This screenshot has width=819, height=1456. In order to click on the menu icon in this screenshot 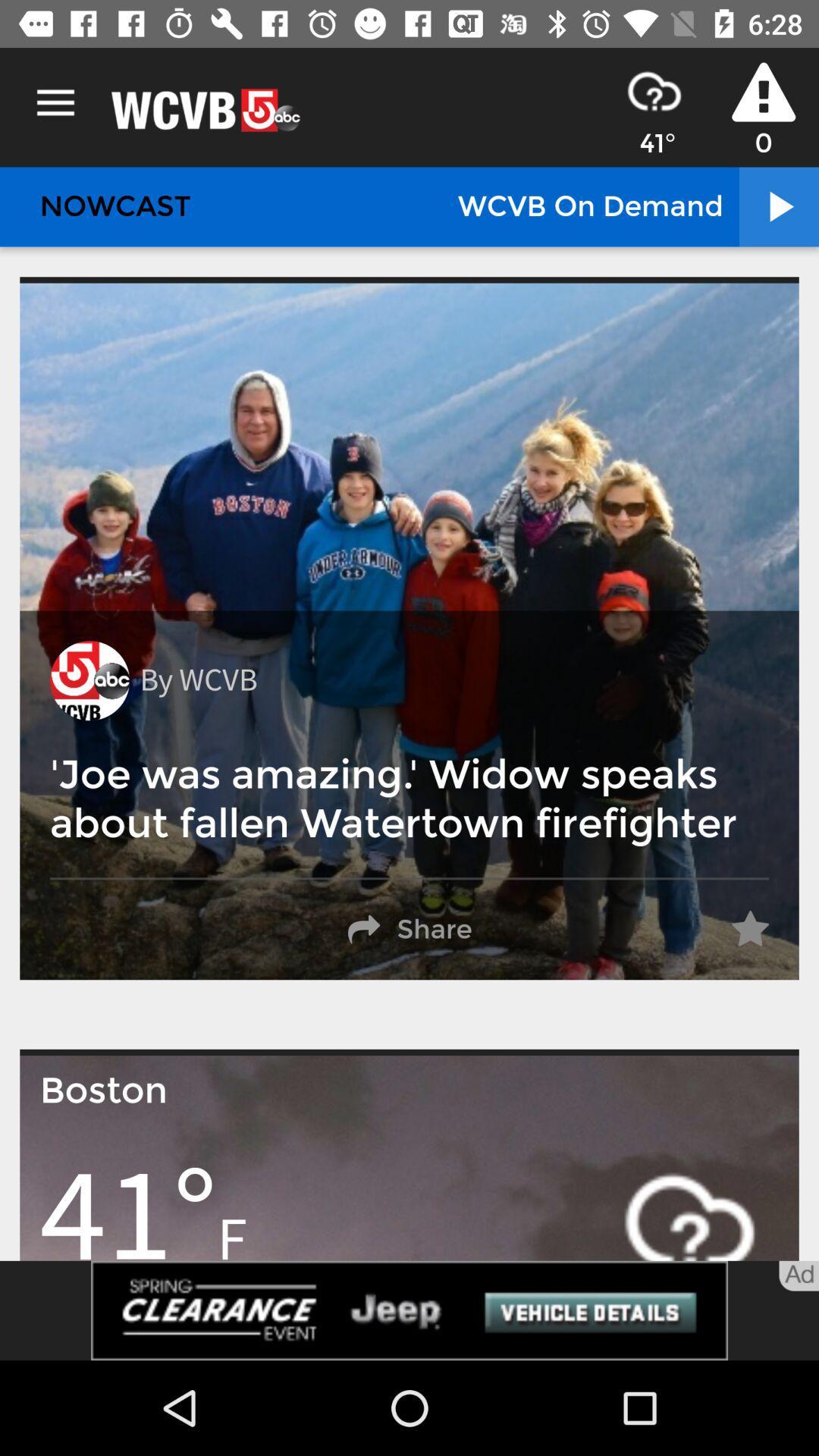, I will do `click(55, 102)`.